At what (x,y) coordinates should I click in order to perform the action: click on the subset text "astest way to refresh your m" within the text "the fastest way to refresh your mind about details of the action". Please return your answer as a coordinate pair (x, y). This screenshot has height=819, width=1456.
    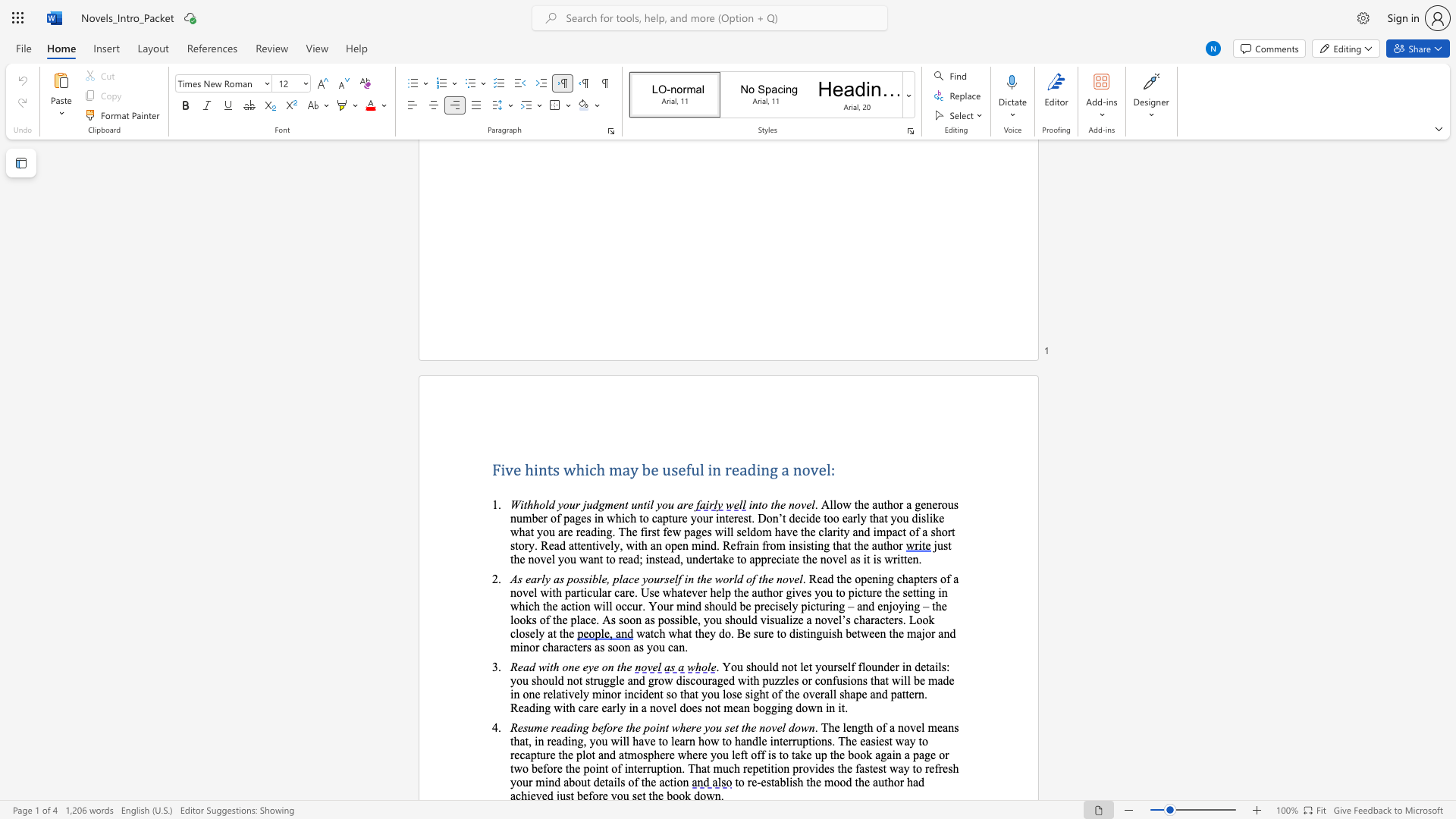
    Looking at the image, I should click on (859, 768).